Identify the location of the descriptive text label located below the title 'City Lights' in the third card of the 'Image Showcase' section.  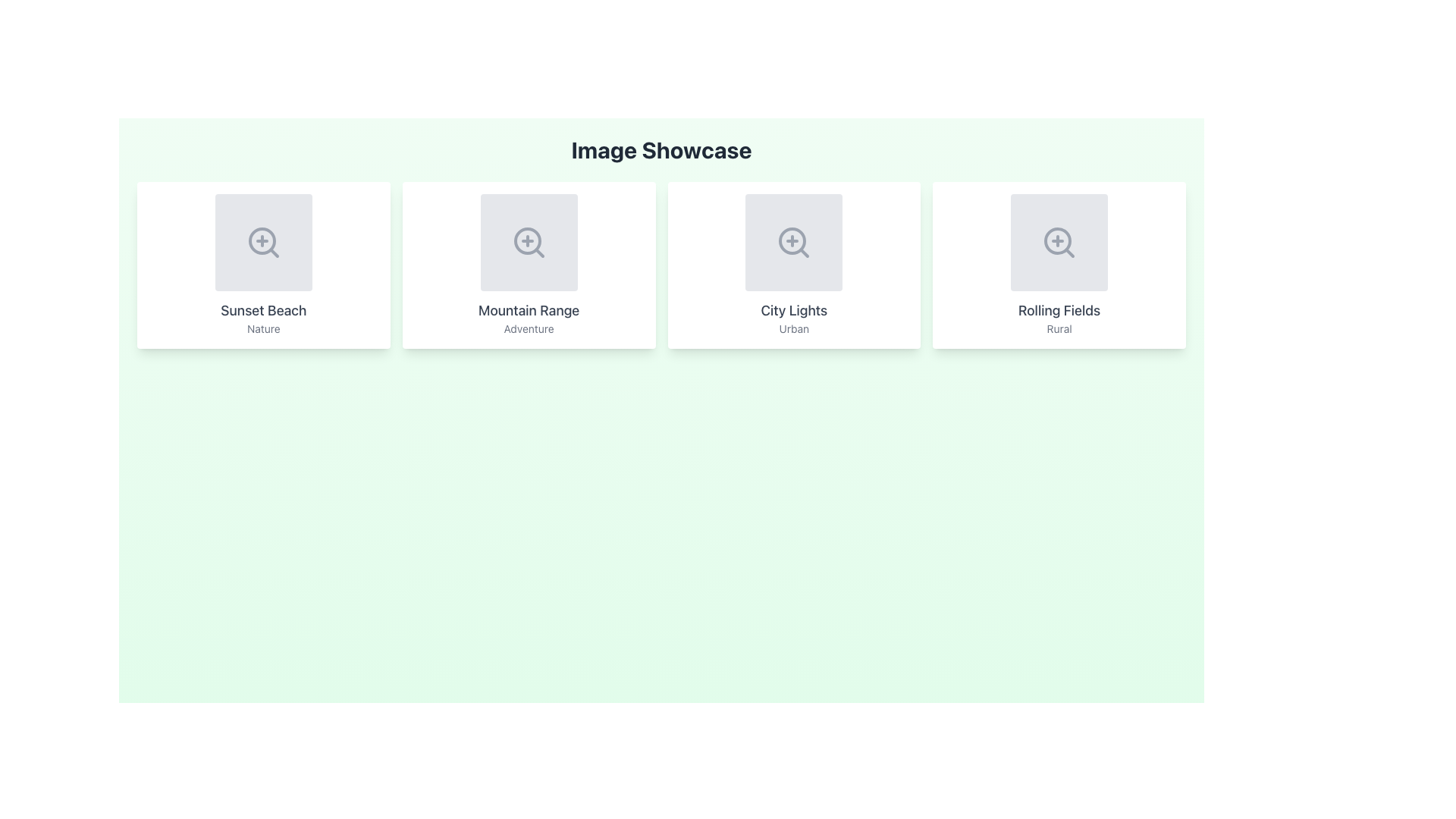
(793, 328).